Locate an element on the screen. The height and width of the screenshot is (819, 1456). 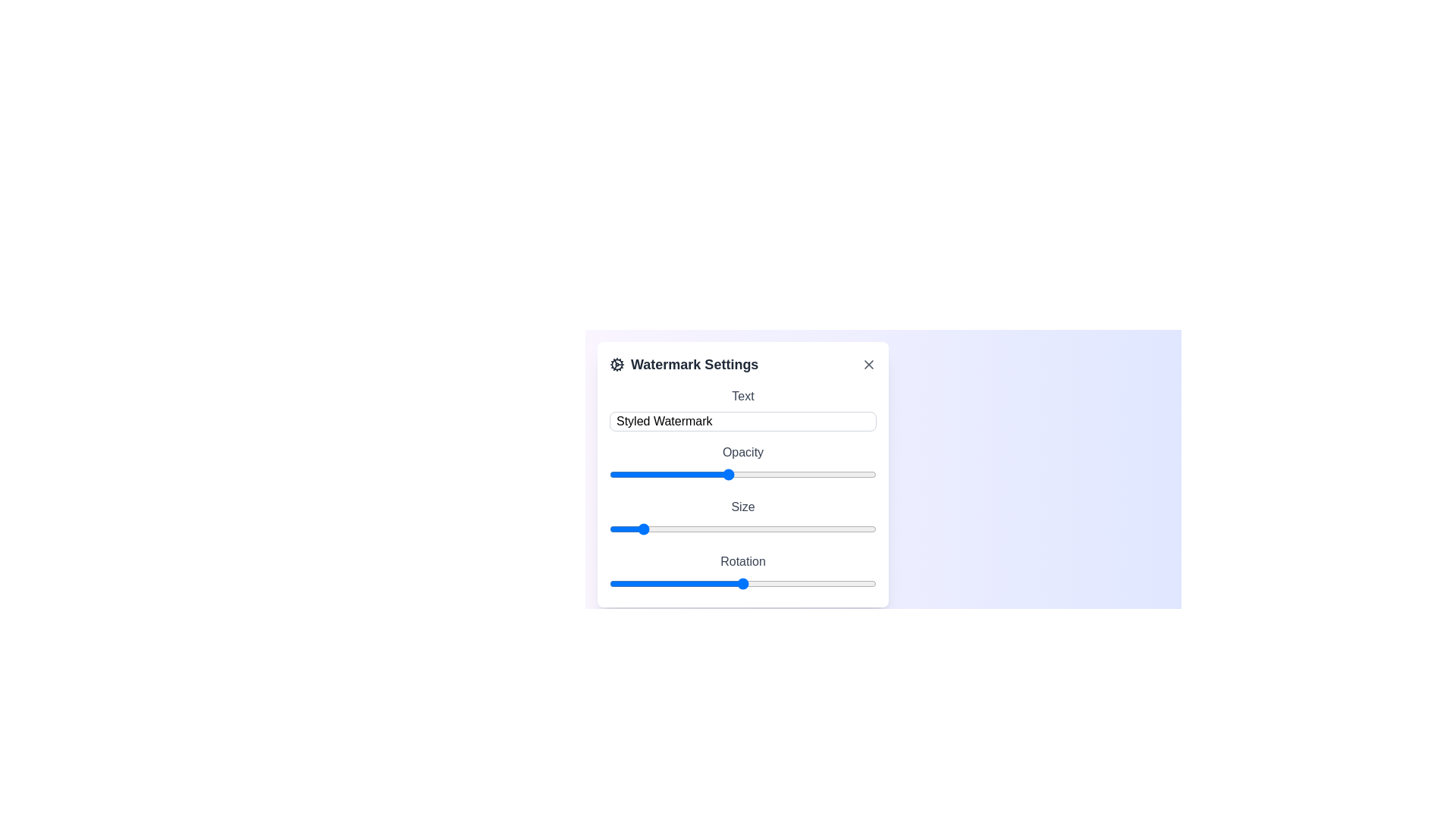
the size is located at coordinates (610, 529).